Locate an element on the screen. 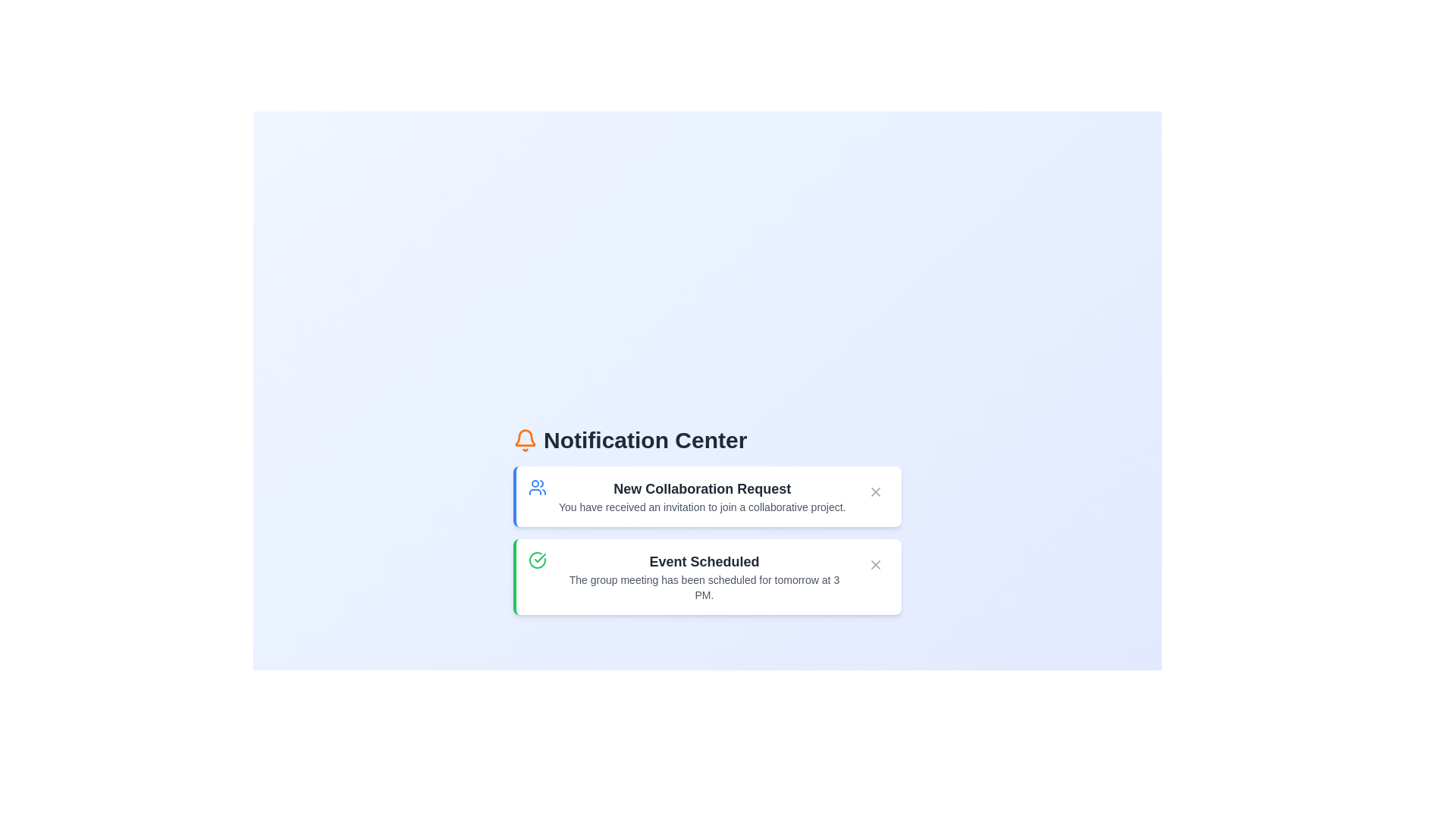 The image size is (1456, 819). the Notification card titled 'Event Scheduled' that contains the description 'The group meeting has been scheduled for tomorrow at 3 PM.' is located at coordinates (703, 576).